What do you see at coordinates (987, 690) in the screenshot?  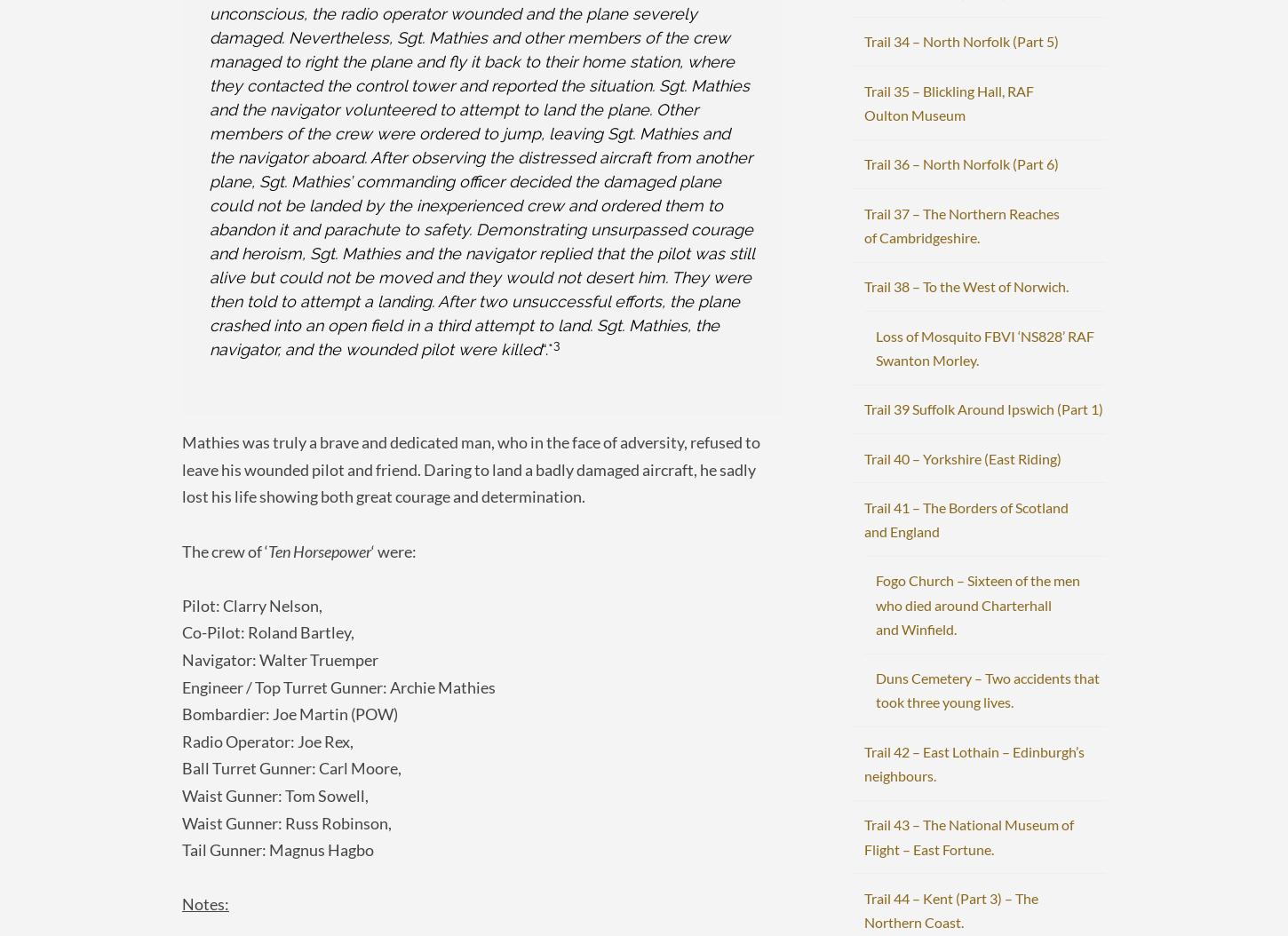 I see `'Duns Cemetery – Two accidents that took three young lives.'` at bounding box center [987, 690].